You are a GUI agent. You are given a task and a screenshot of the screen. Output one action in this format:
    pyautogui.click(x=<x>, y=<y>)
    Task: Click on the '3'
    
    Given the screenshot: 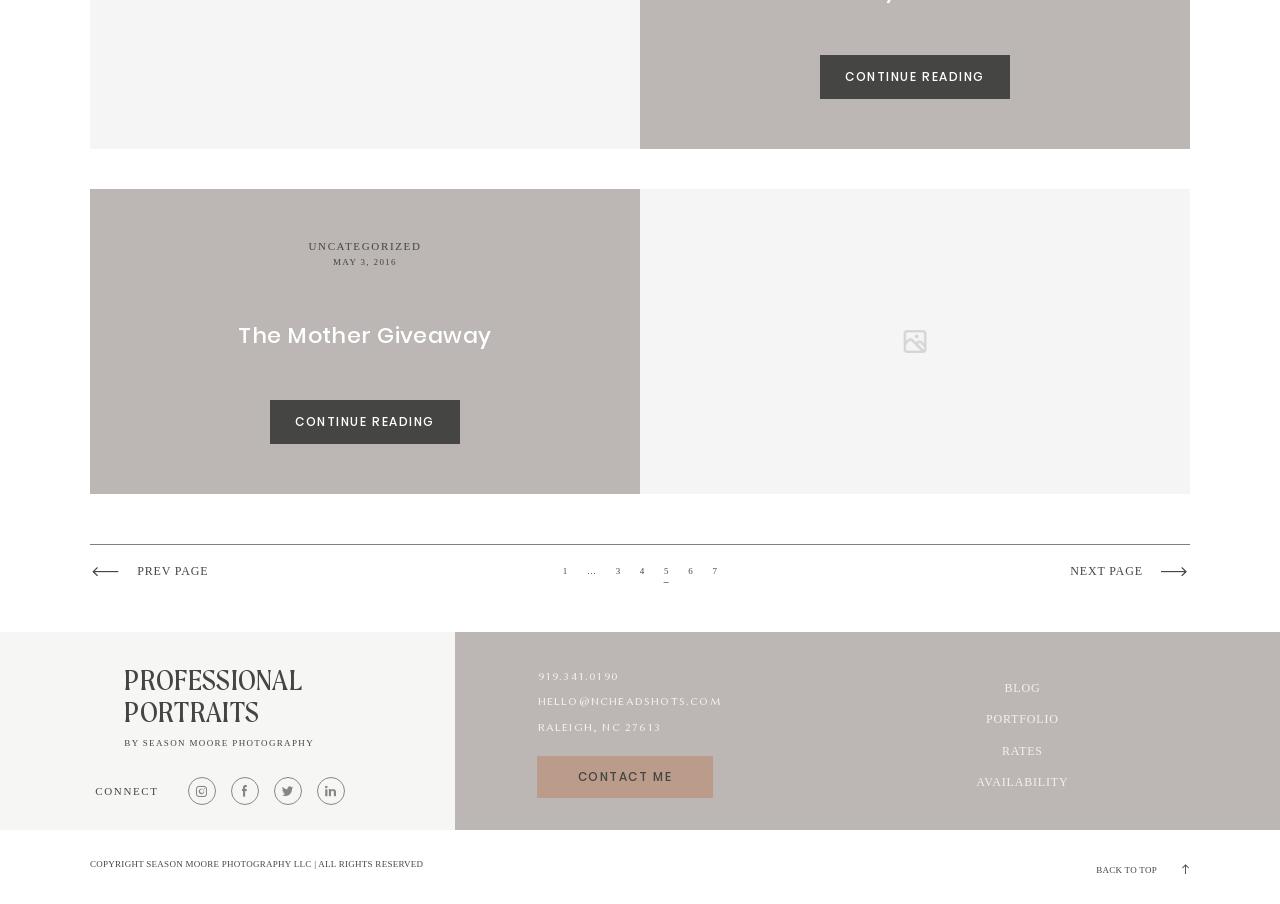 What is the action you would take?
    pyautogui.click(x=616, y=569)
    